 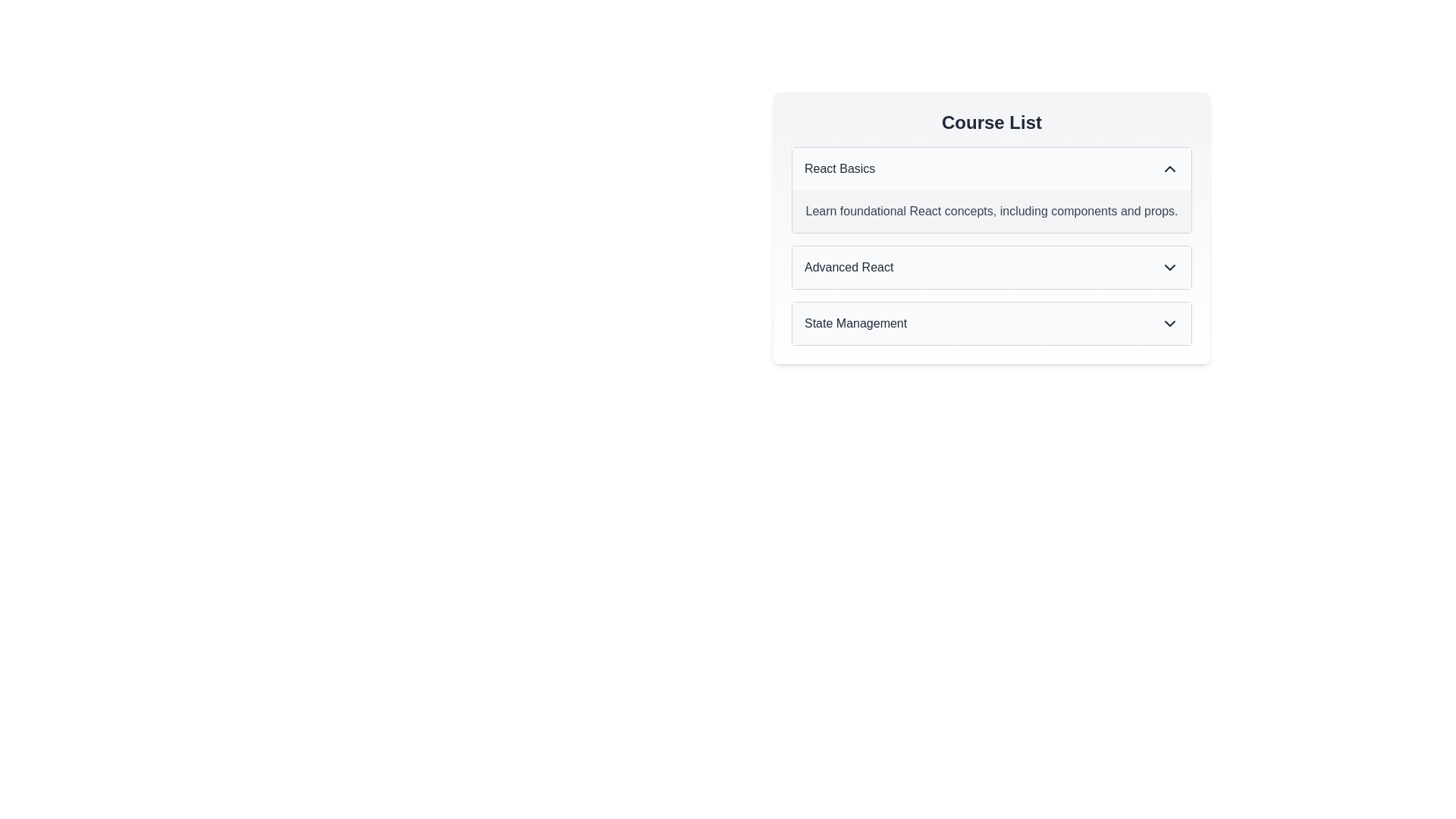 What do you see at coordinates (1169, 267) in the screenshot?
I see `the SVG chevron icon in the 'Advanced React' section header to highlight it` at bounding box center [1169, 267].